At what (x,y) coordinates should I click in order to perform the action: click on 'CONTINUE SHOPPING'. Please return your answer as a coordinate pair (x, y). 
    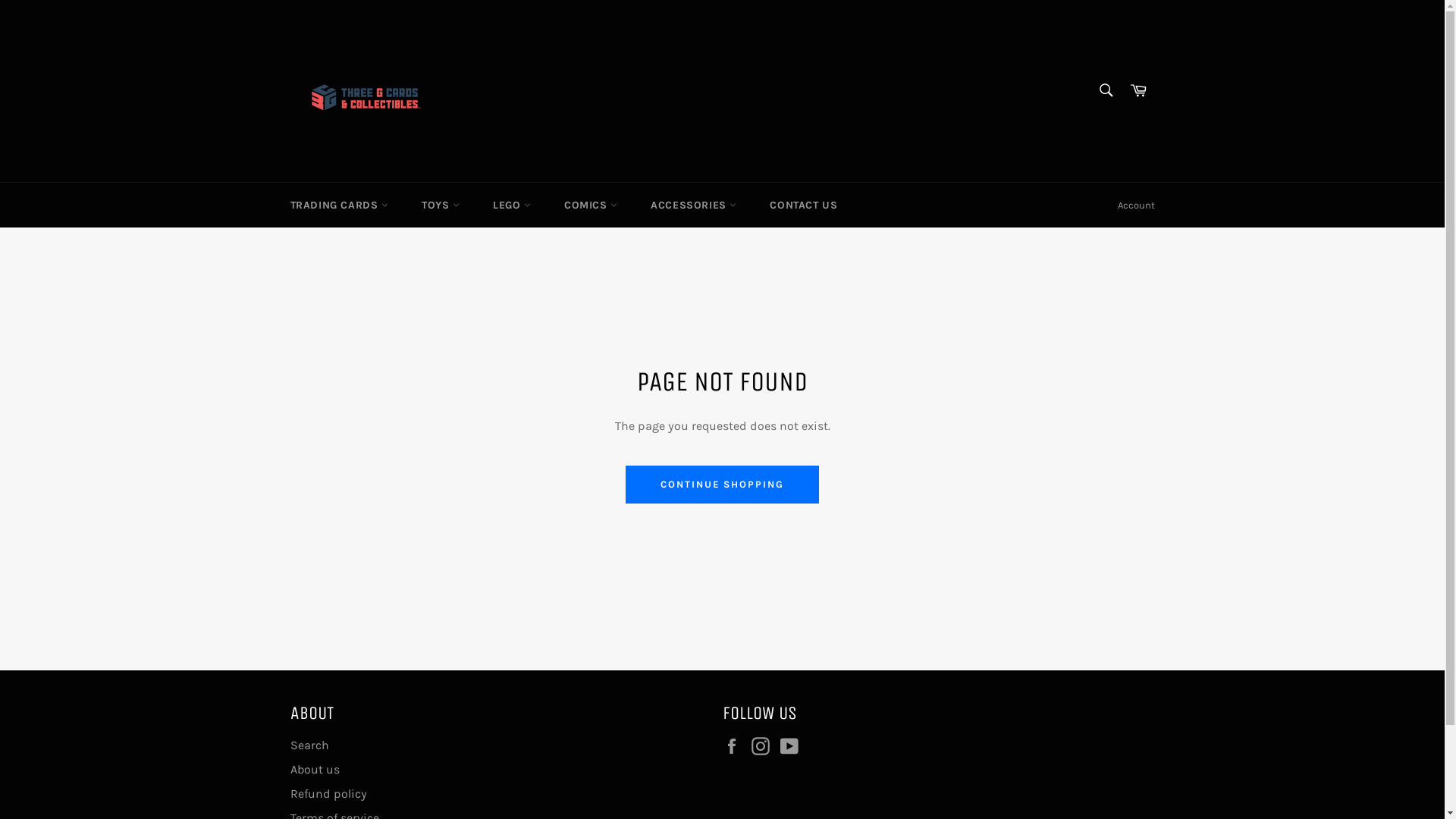
    Looking at the image, I should click on (721, 485).